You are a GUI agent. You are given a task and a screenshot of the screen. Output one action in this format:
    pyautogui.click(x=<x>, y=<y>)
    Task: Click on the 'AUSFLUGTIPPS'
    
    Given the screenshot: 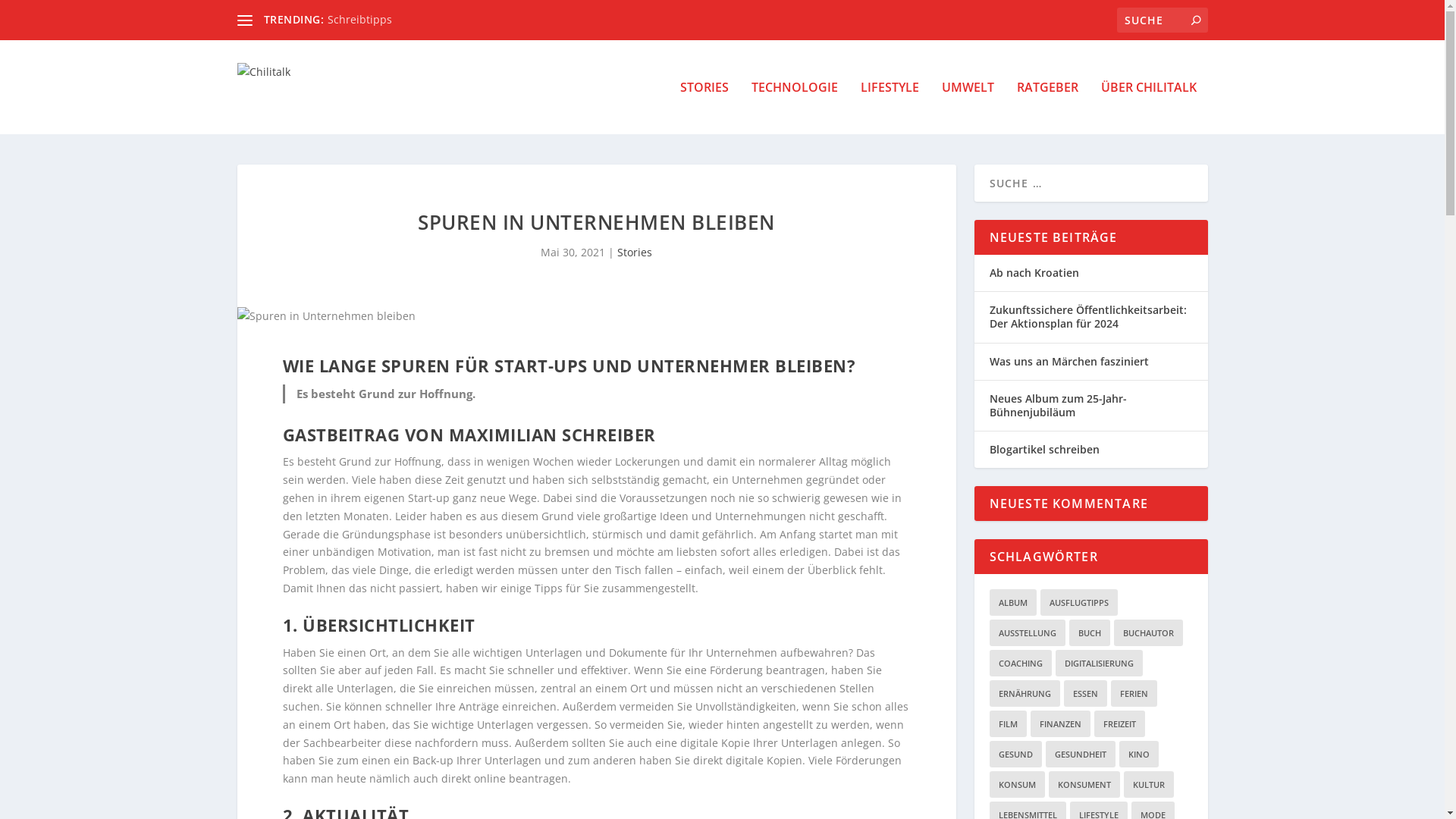 What is the action you would take?
    pyautogui.click(x=1078, y=601)
    